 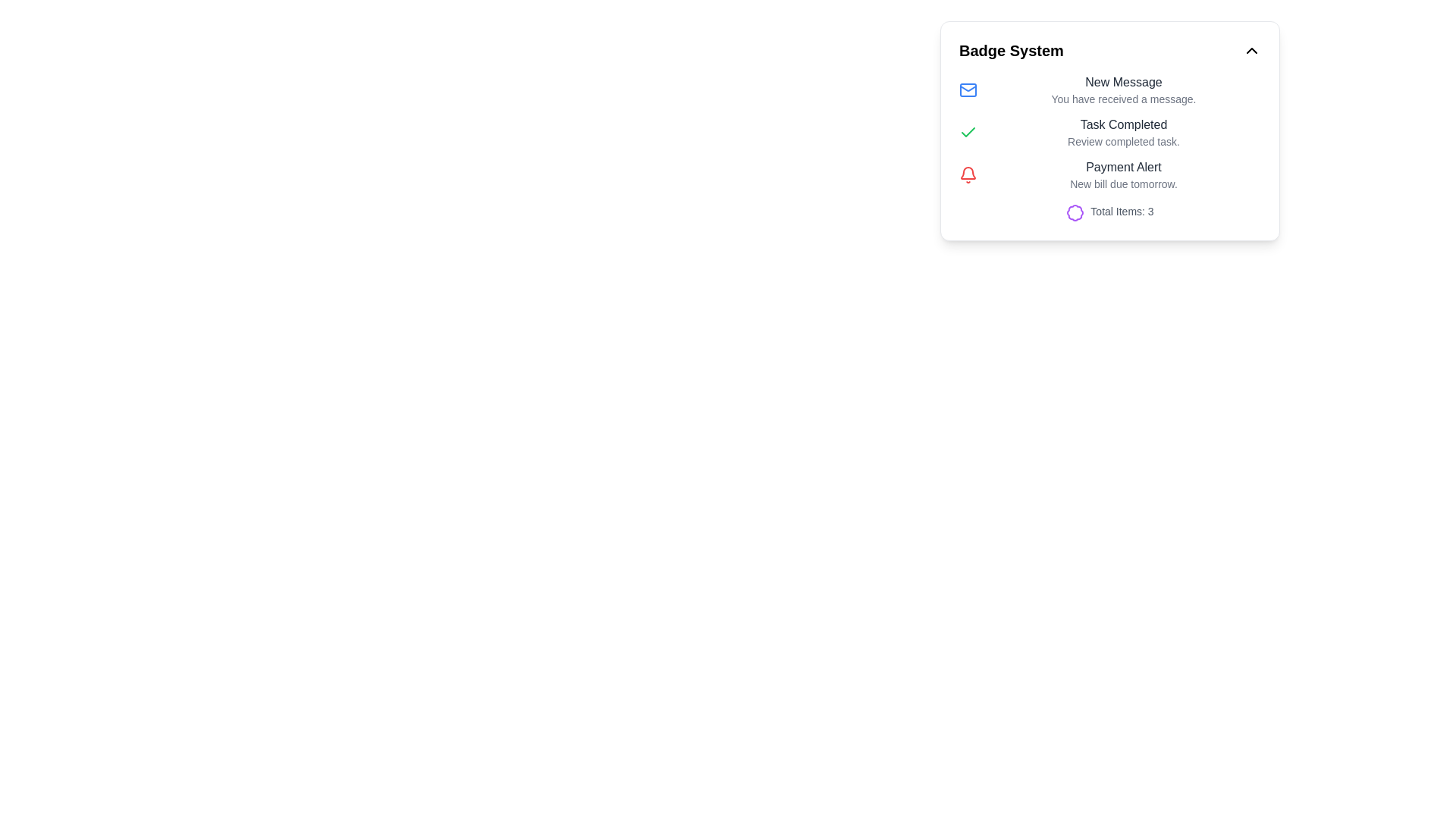 What do you see at coordinates (1124, 82) in the screenshot?
I see `the 'New Message' text label in the notification panel labeled 'Badge System' to scan the title for a quick notification overview` at bounding box center [1124, 82].